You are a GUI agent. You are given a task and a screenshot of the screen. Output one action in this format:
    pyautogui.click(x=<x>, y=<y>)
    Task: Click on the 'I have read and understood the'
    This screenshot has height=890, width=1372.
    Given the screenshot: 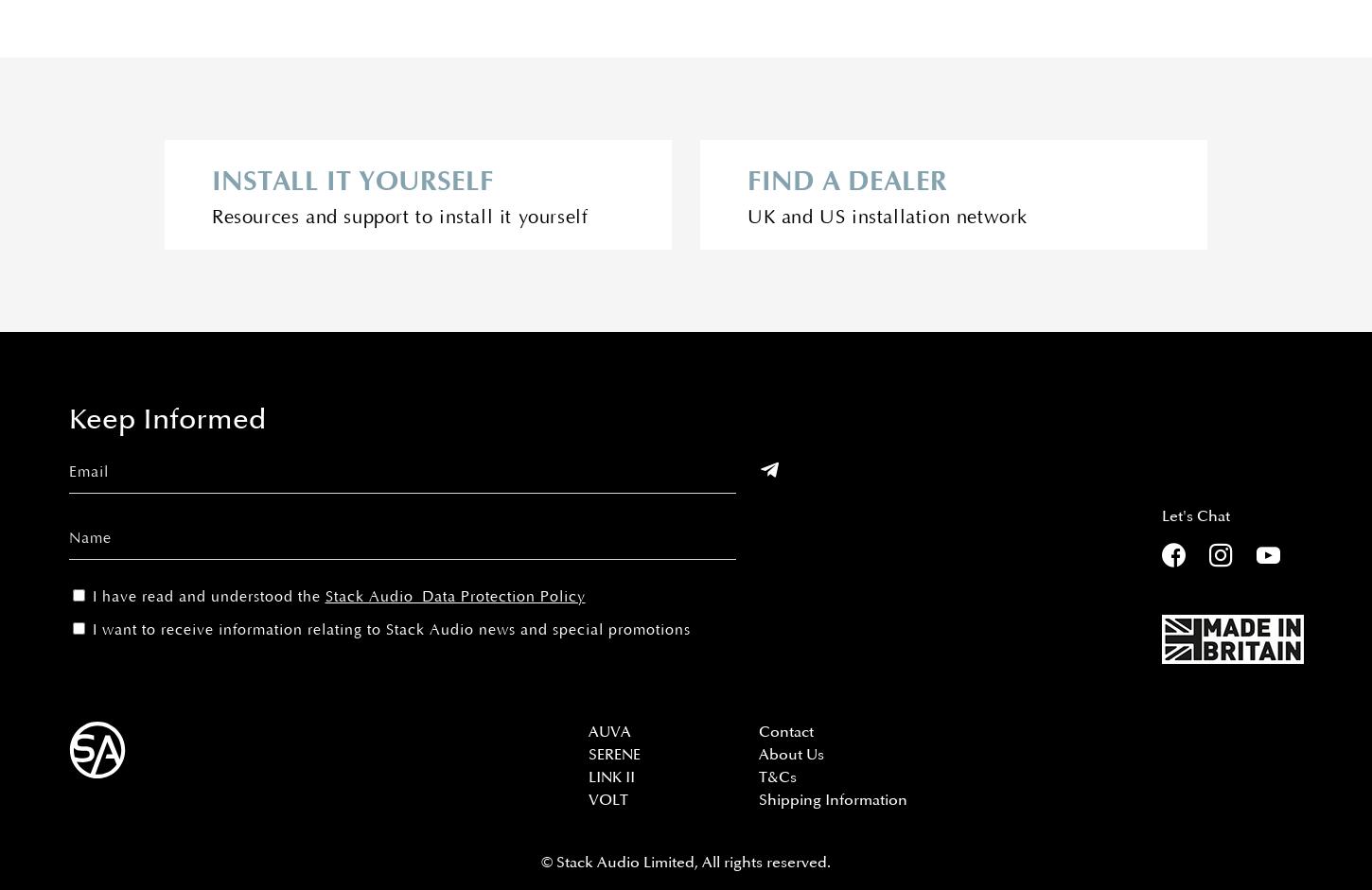 What is the action you would take?
    pyautogui.click(x=206, y=595)
    